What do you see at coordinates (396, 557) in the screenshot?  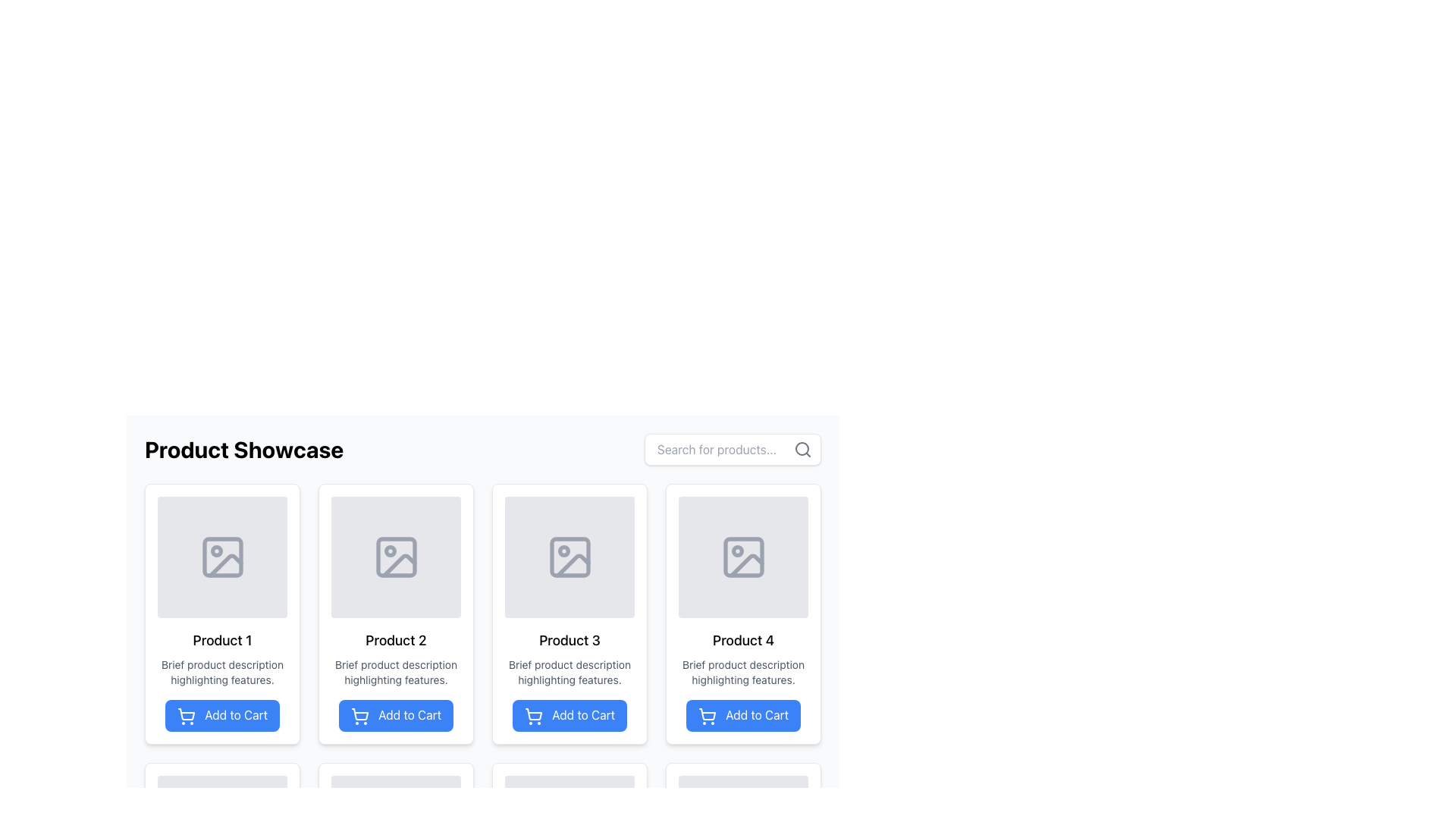 I see `the decorative graphic with rounded corners located in the second product card under the 'Product Showcase' section` at bounding box center [396, 557].